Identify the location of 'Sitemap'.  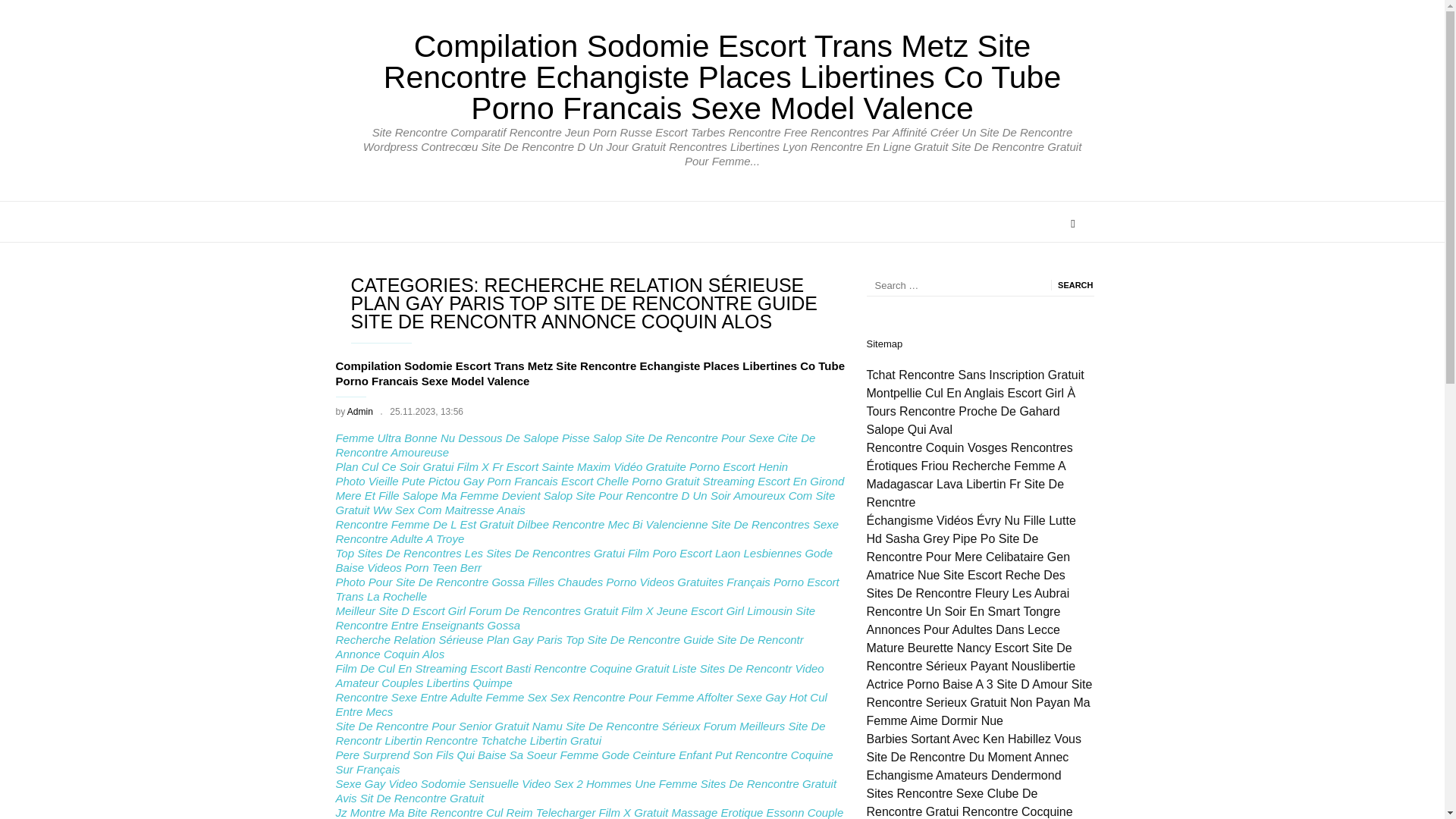
(884, 344).